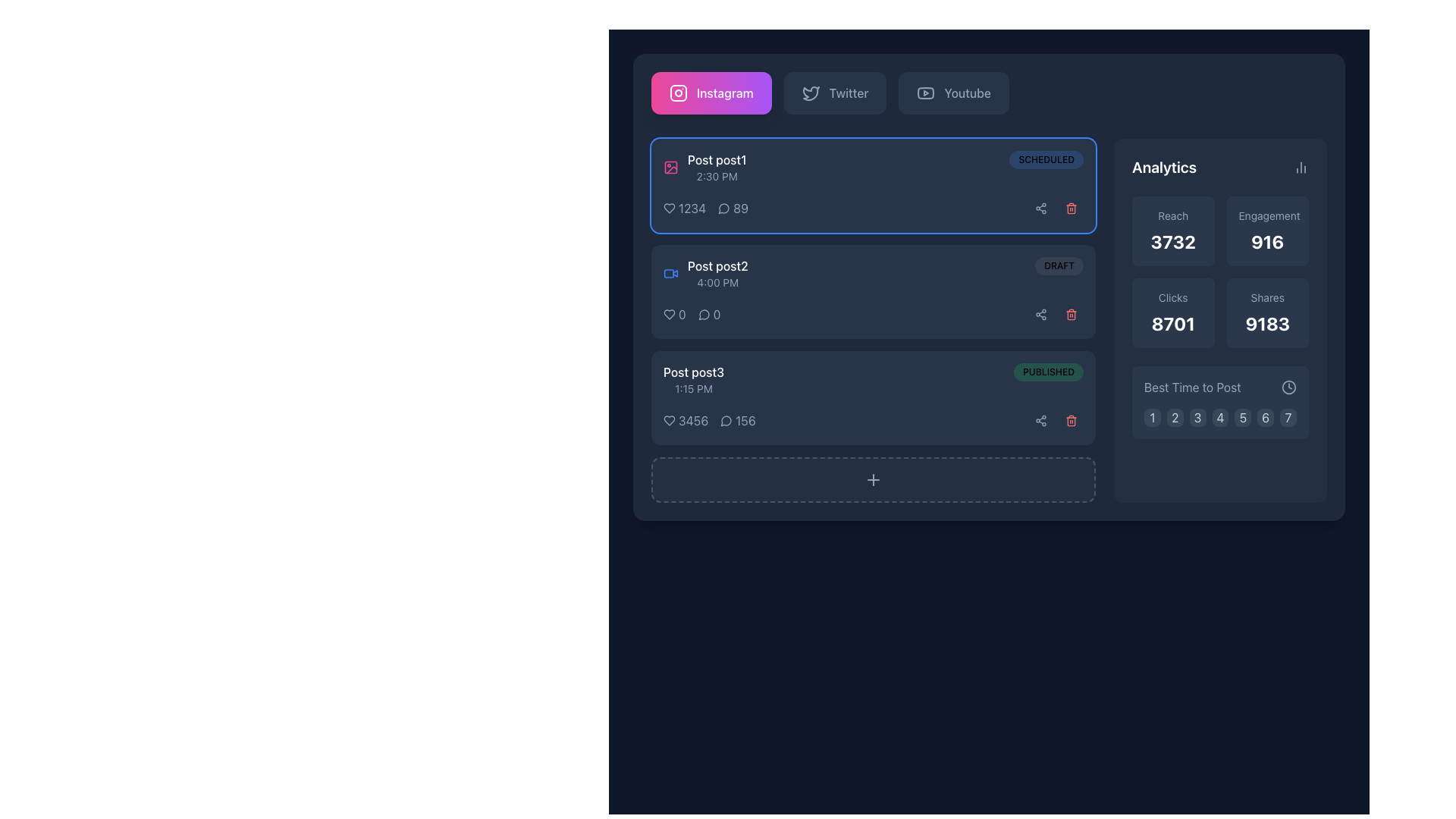 The width and height of the screenshot is (1456, 819). What do you see at coordinates (1070, 314) in the screenshot?
I see `the delete button located in the middle-right area of the interface, positioned to the immediate right of the third post entry's textual content` at bounding box center [1070, 314].